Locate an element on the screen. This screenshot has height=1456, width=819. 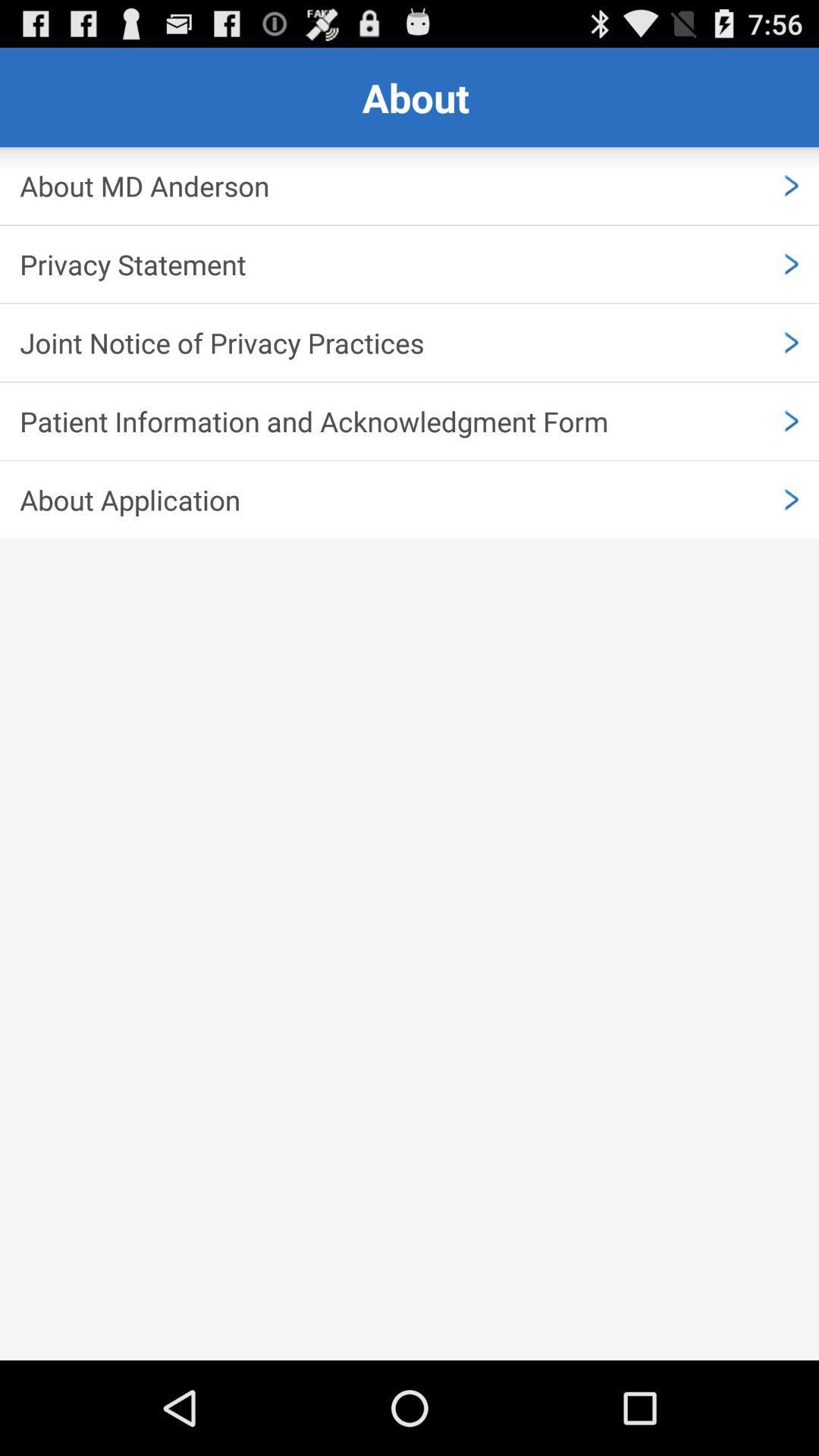
icon above the joint notice of item is located at coordinates (409, 264).